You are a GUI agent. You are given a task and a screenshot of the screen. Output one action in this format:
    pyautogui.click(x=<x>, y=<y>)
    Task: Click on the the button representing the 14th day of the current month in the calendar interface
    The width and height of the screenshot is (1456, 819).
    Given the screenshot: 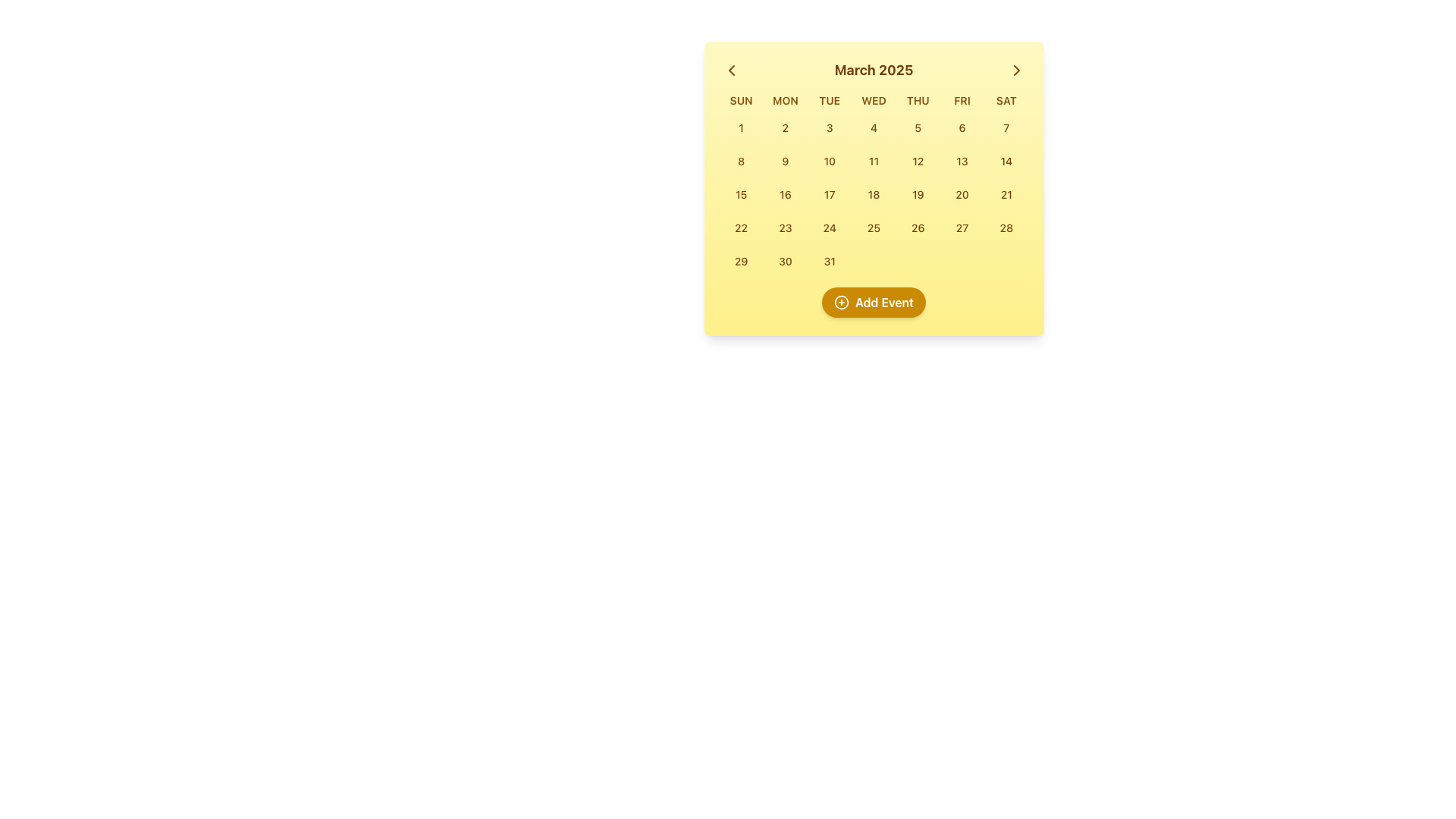 What is the action you would take?
    pyautogui.click(x=1006, y=161)
    